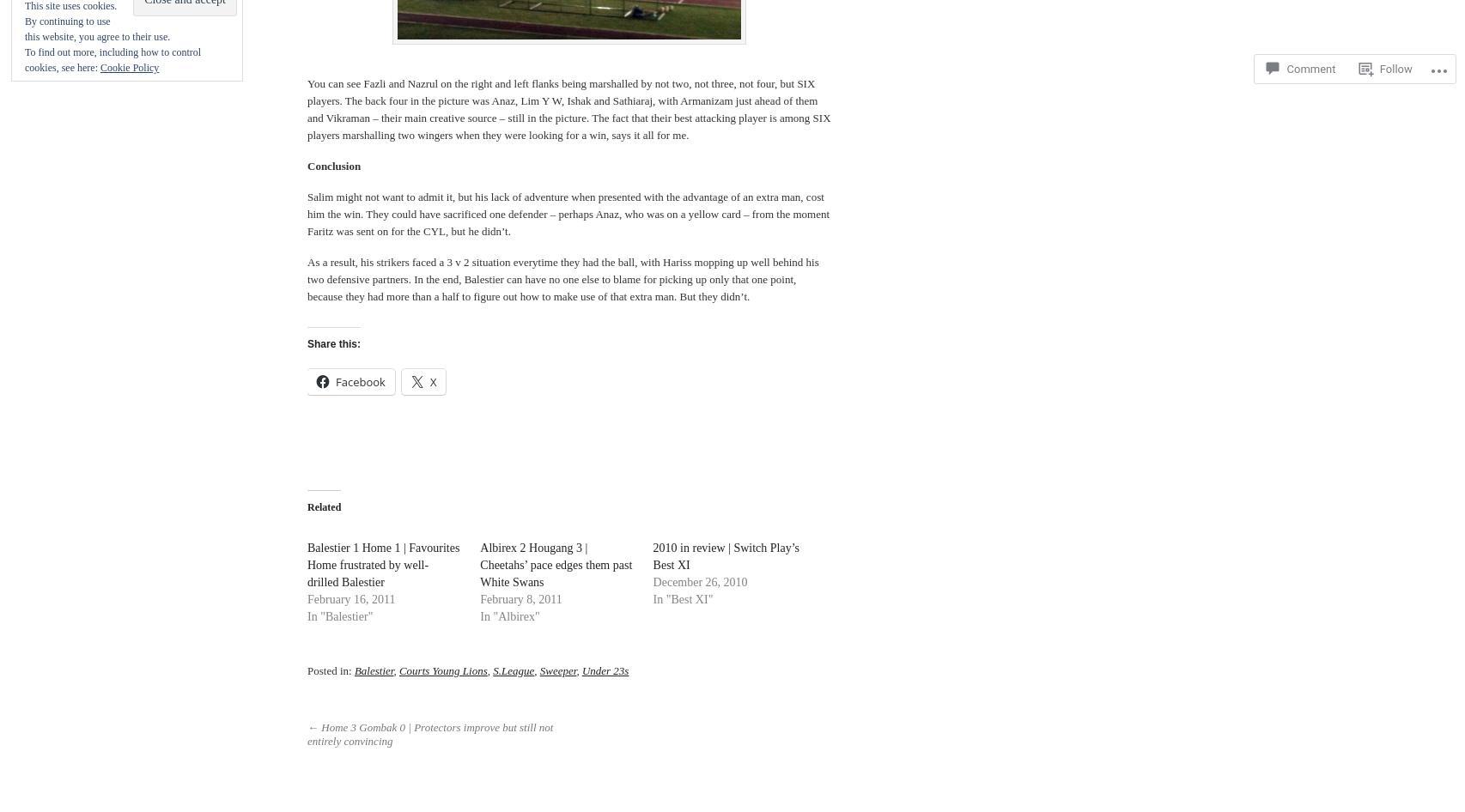 The height and width of the screenshot is (812, 1465). I want to click on 'Posted in:', so click(331, 669).